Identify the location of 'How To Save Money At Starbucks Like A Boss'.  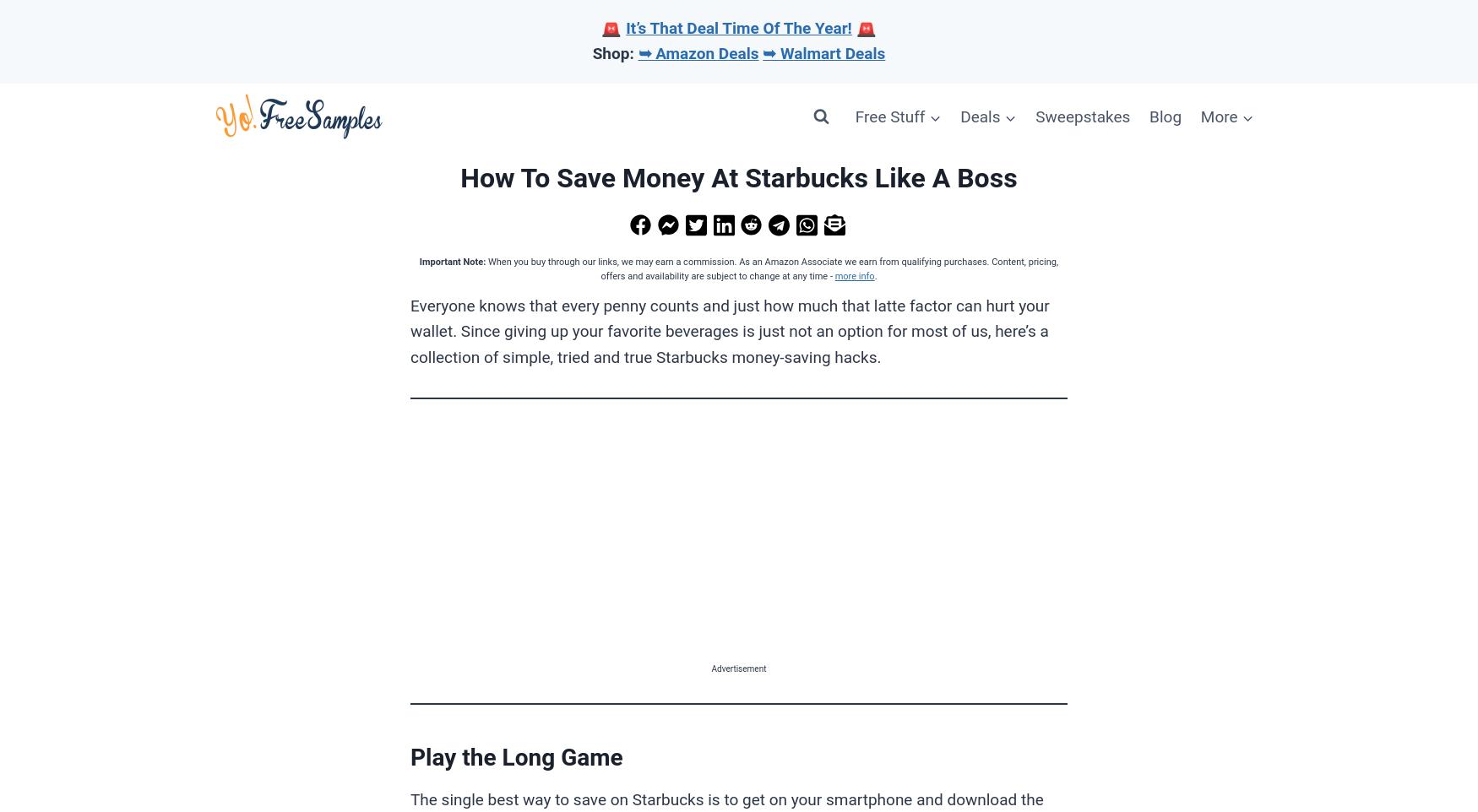
(738, 176).